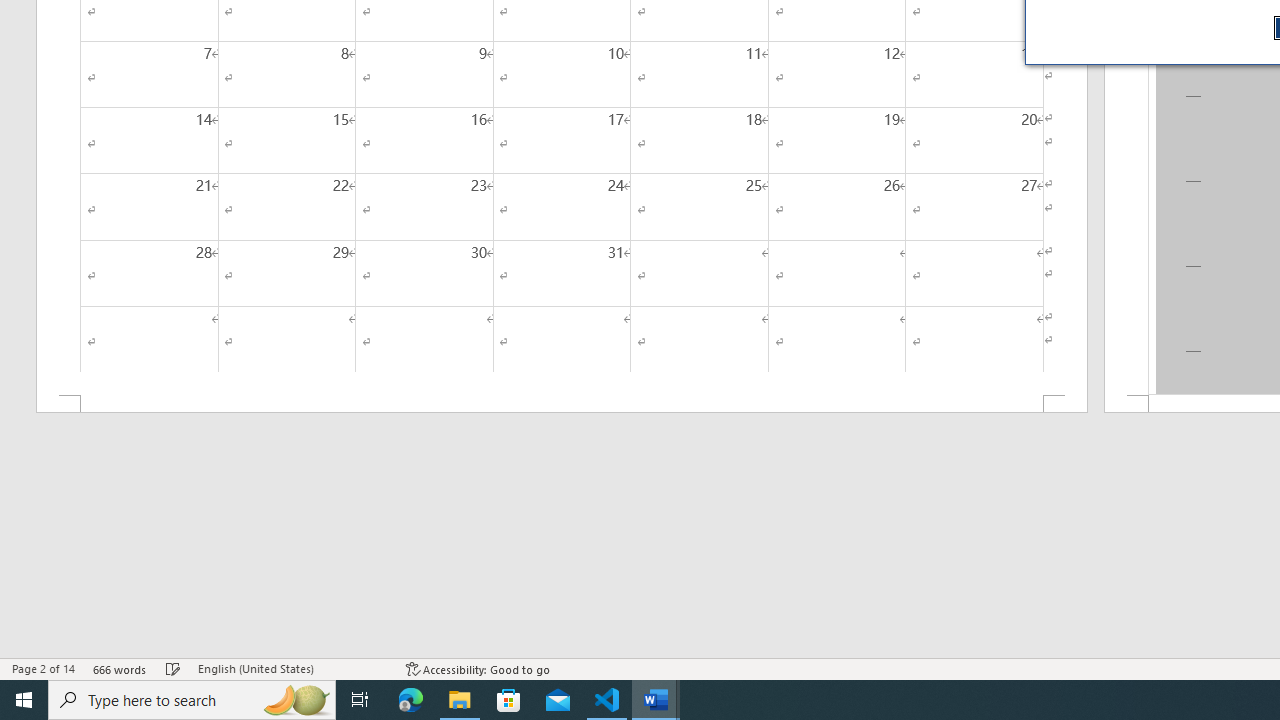 This screenshot has width=1280, height=720. What do you see at coordinates (656, 698) in the screenshot?
I see `'Word - 2 running windows'` at bounding box center [656, 698].